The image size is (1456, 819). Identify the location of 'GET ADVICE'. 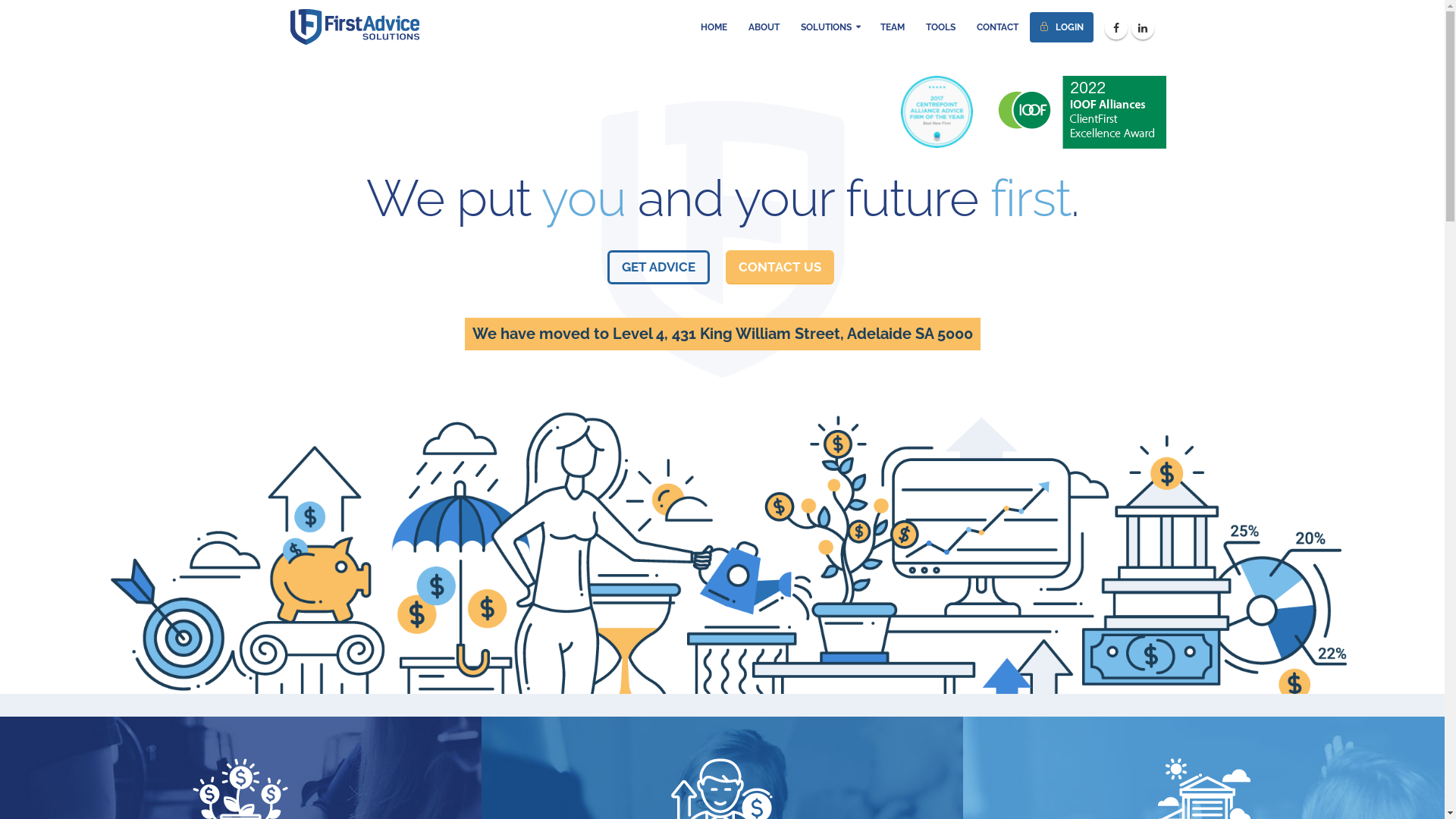
(657, 265).